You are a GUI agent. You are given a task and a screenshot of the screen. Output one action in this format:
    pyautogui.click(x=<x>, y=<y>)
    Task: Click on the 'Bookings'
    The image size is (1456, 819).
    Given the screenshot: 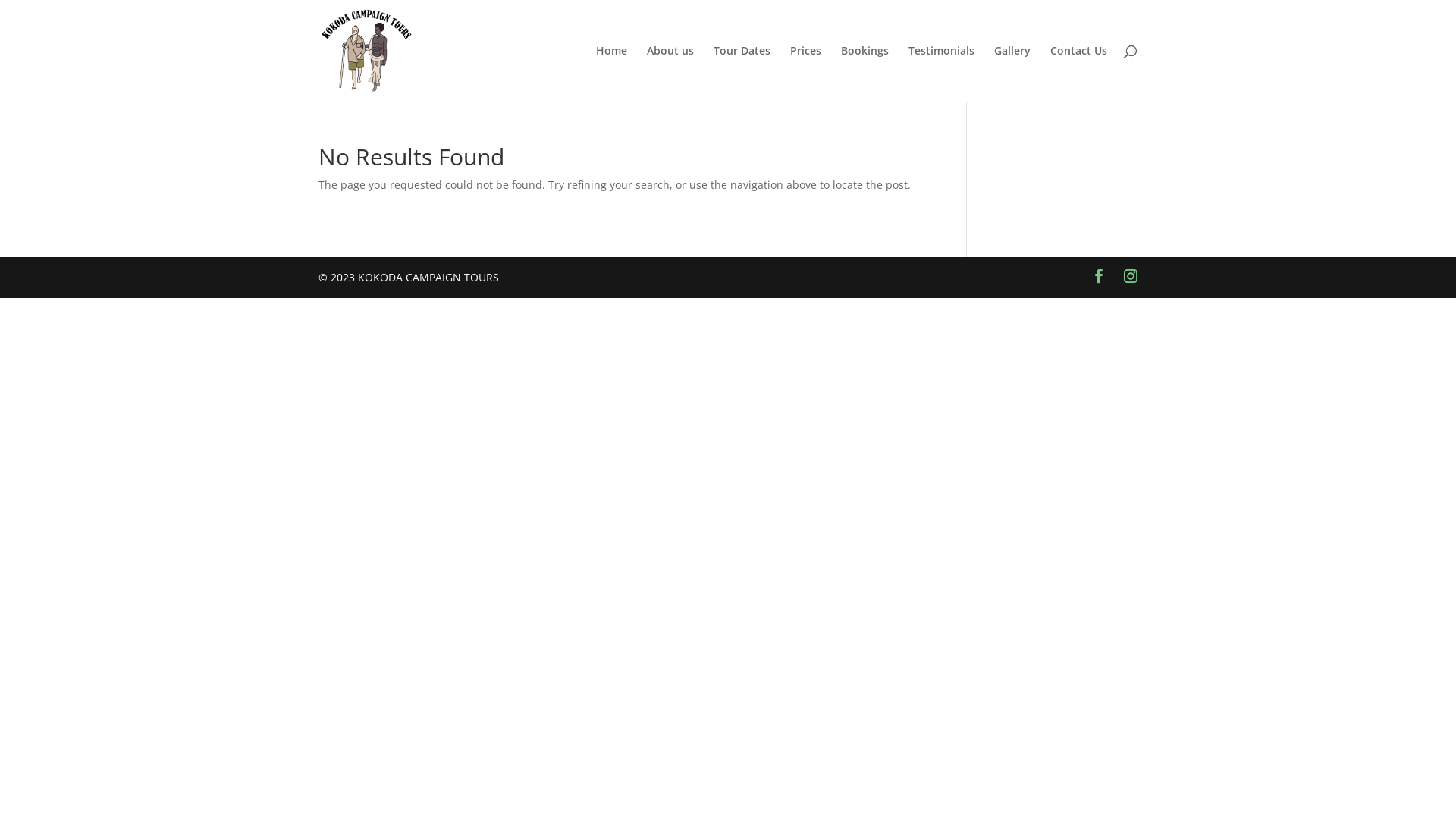 What is the action you would take?
    pyautogui.click(x=864, y=73)
    